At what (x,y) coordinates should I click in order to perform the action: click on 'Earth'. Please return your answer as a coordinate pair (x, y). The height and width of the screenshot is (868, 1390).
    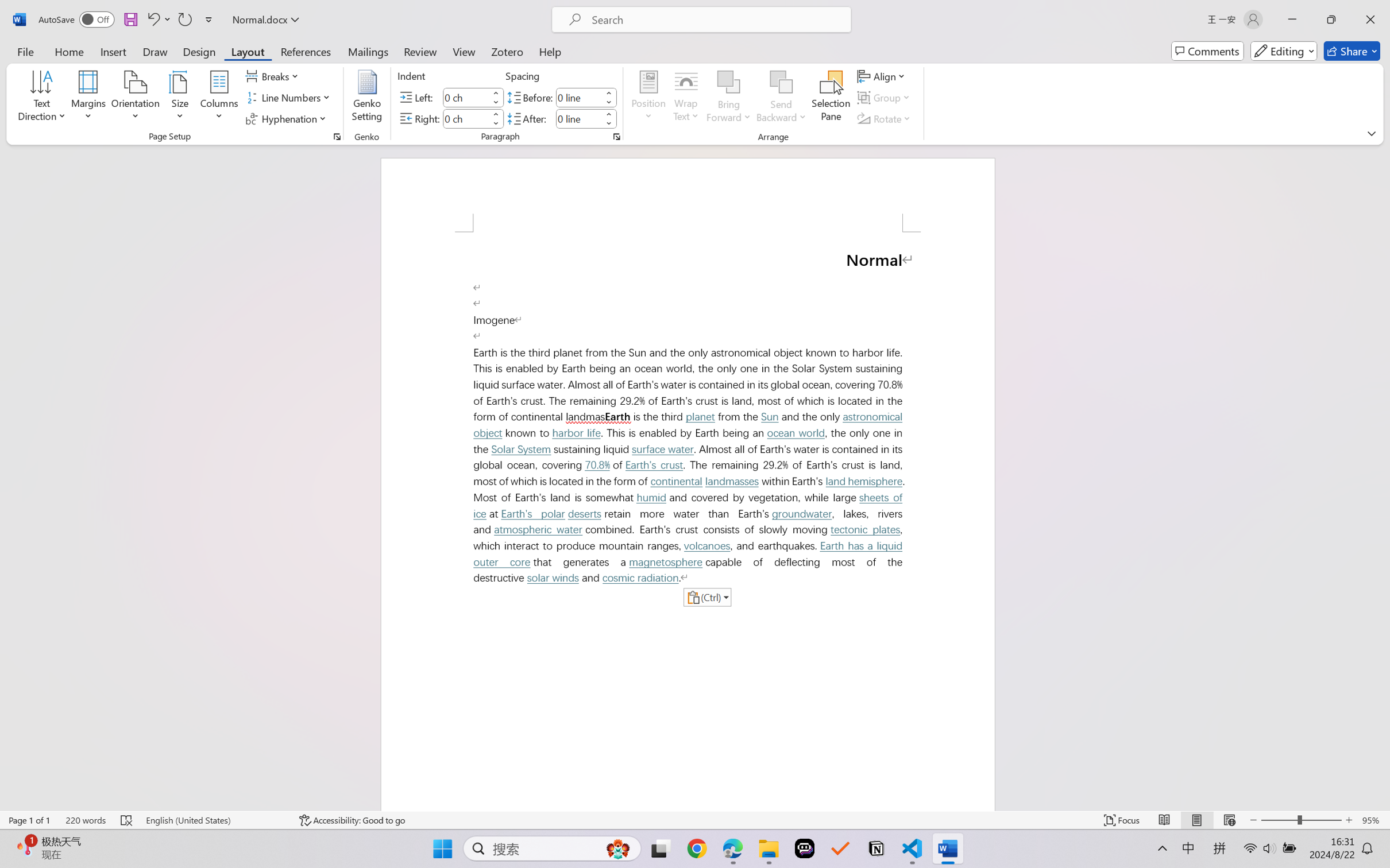
    Looking at the image, I should click on (653, 464).